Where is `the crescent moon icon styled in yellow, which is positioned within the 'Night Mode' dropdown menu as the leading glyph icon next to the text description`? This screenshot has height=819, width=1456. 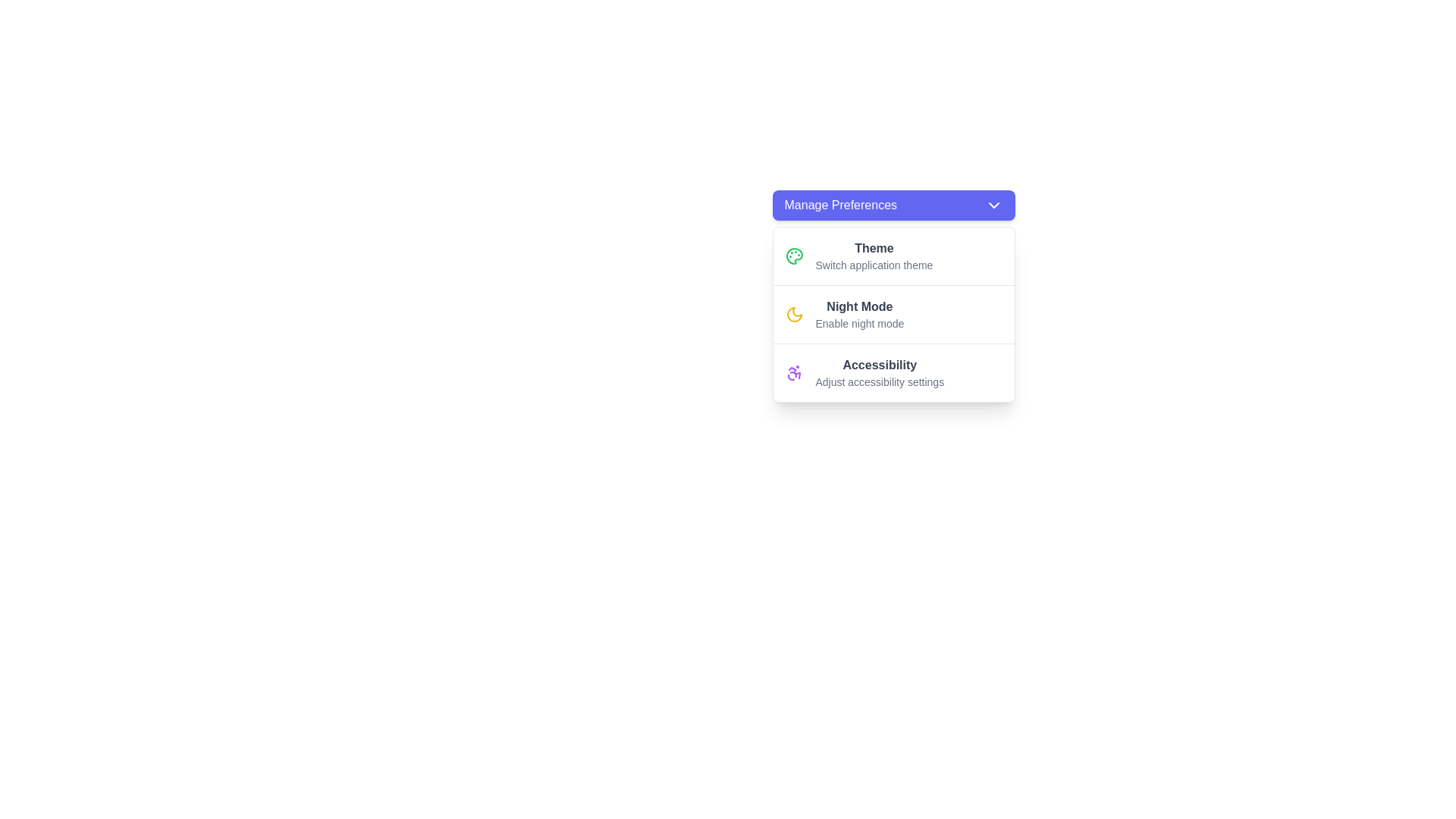 the crescent moon icon styled in yellow, which is positioned within the 'Night Mode' dropdown menu as the leading glyph icon next to the text description is located at coordinates (793, 314).